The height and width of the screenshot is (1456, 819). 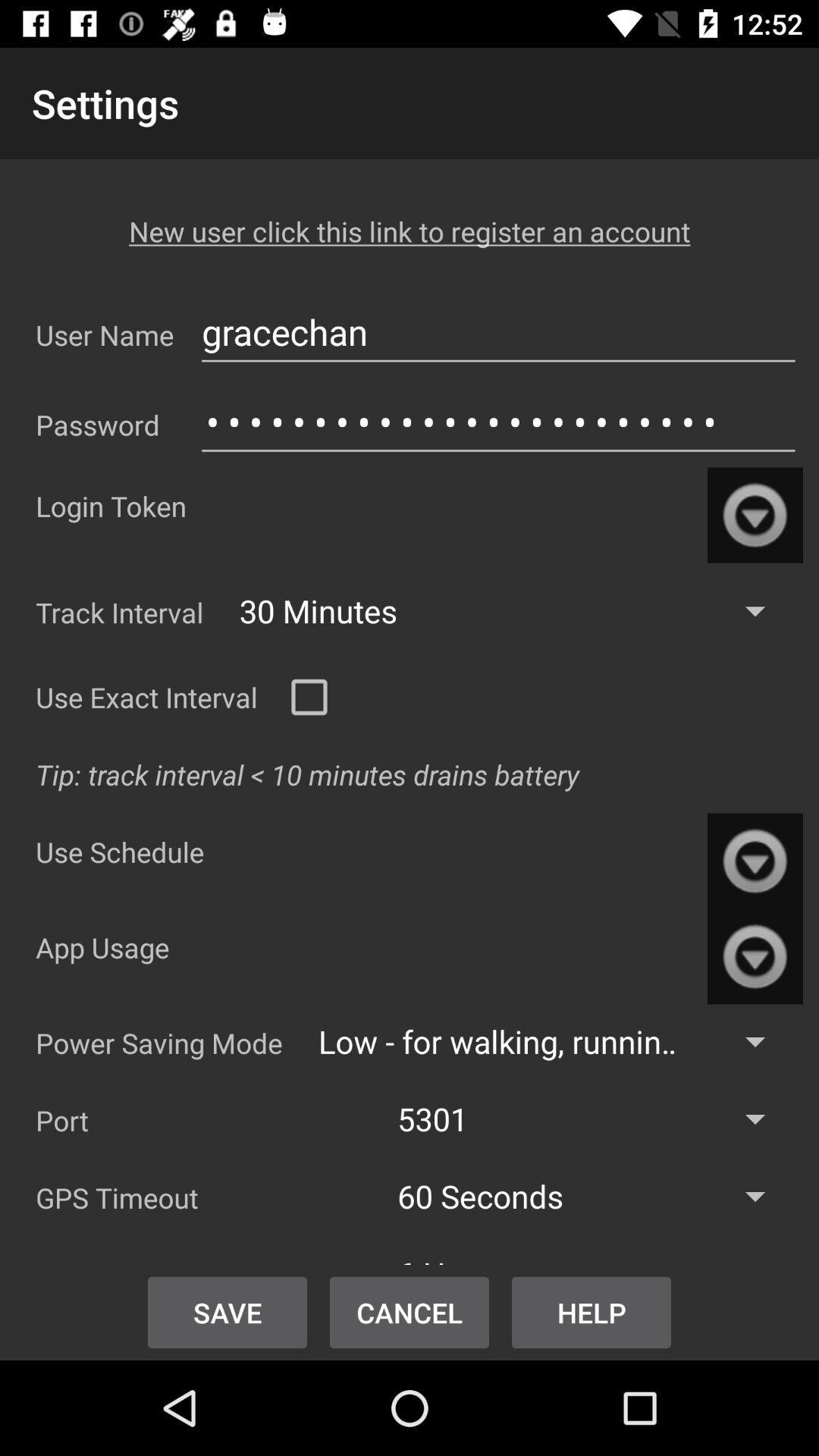 I want to click on the expand_more icon, so click(x=755, y=861).